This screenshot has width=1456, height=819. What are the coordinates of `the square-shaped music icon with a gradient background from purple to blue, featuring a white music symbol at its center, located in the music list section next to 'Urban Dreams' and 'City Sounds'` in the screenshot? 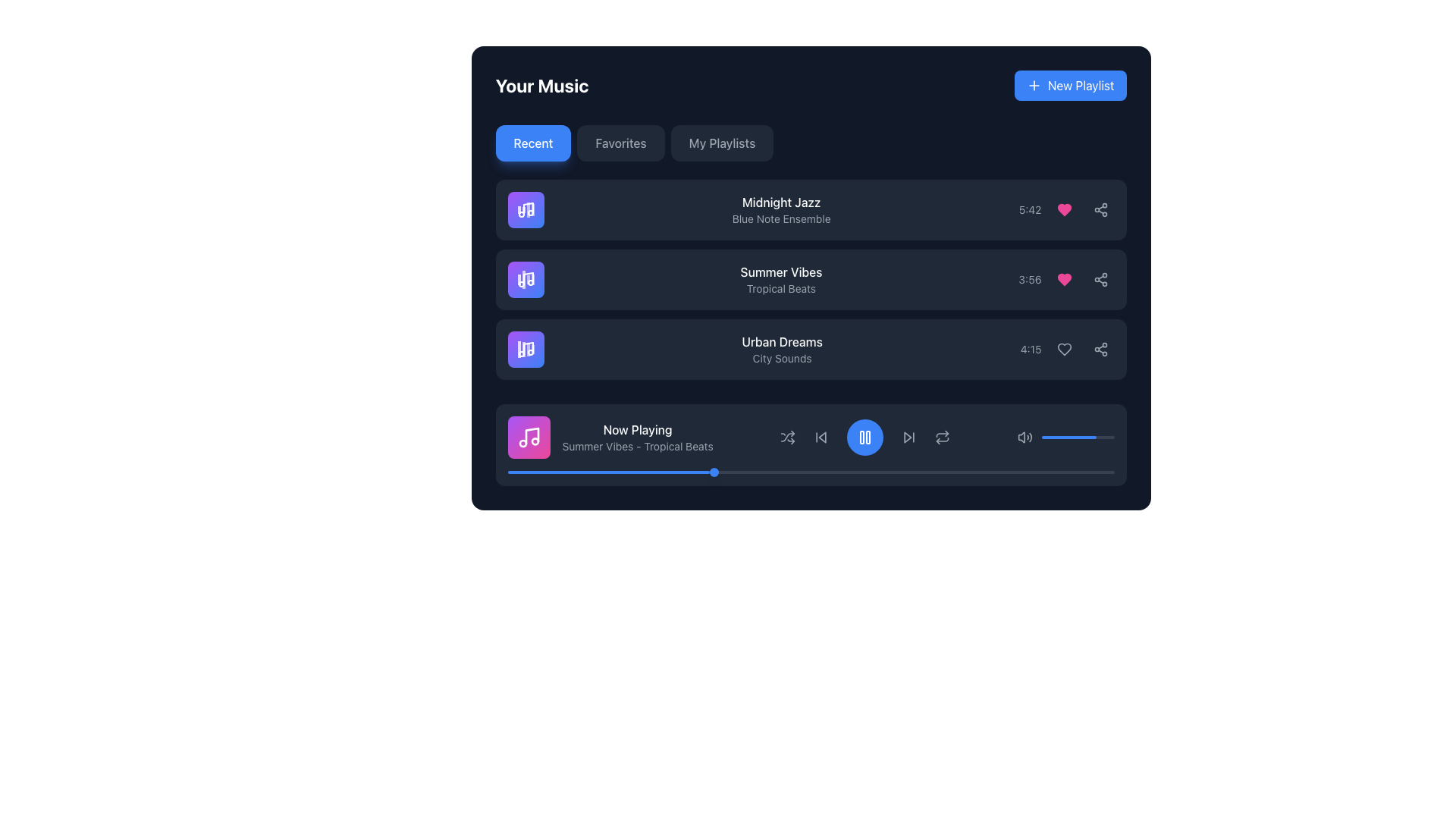 It's located at (526, 350).